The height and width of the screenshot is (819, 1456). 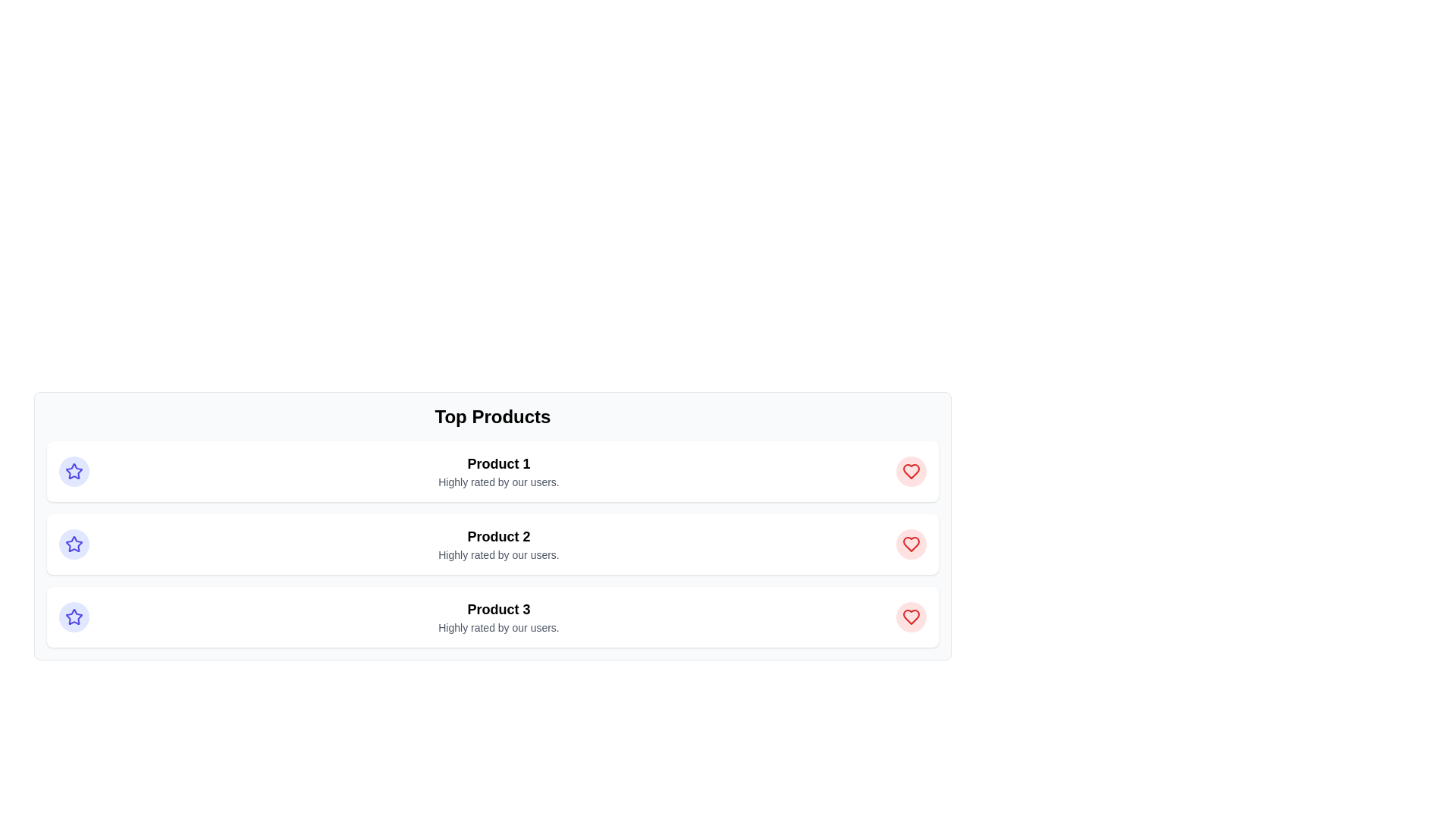 I want to click on the informational text element that contains the message 'Highly rated by our users.', located directly below 'Product 1', so click(x=498, y=482).